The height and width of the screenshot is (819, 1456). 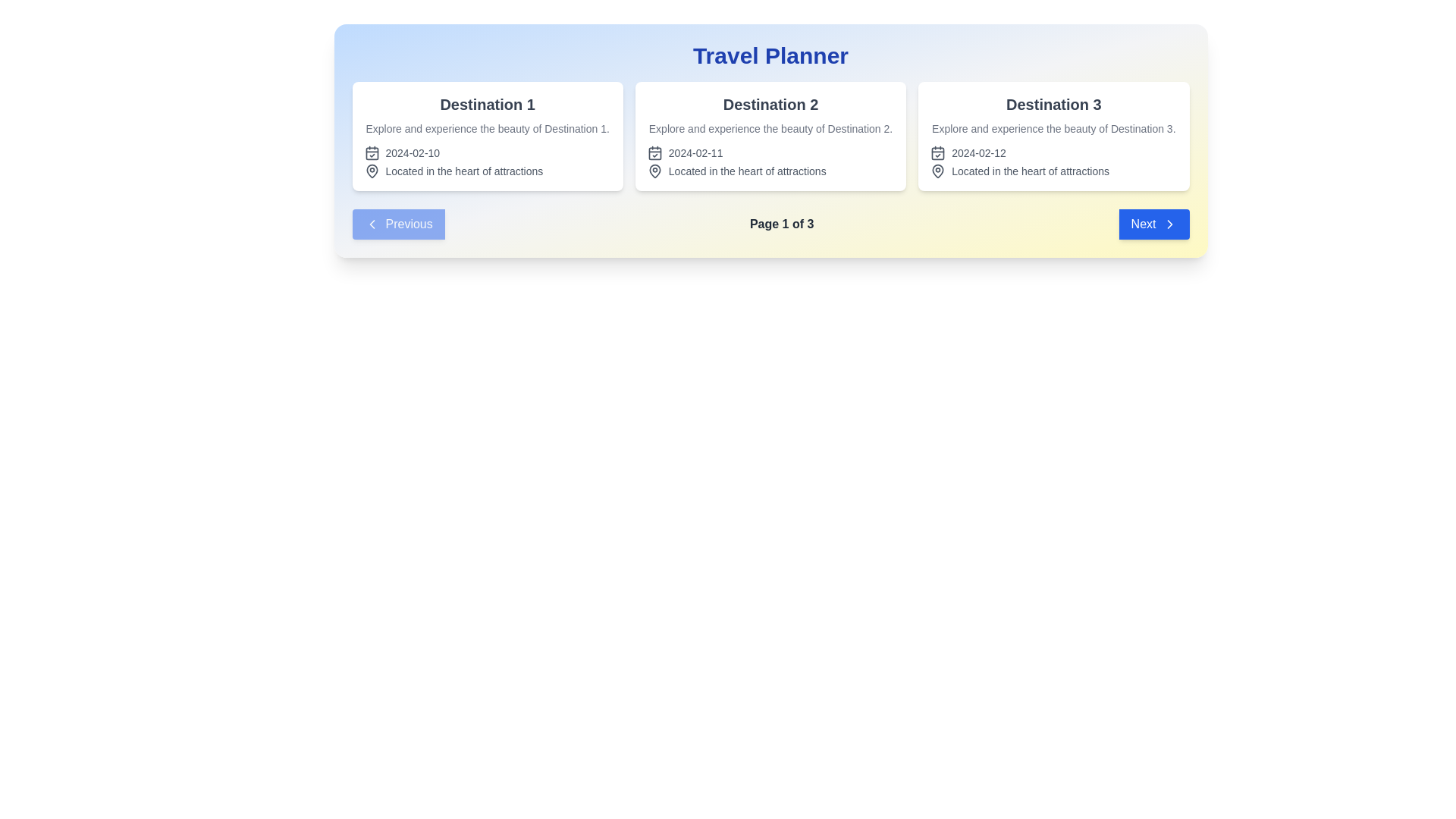 What do you see at coordinates (770, 224) in the screenshot?
I see `text label indicating the current page number located at the bottom of the main content panel, horizontally centered between the 'Previous' and 'Next' buttons` at bounding box center [770, 224].